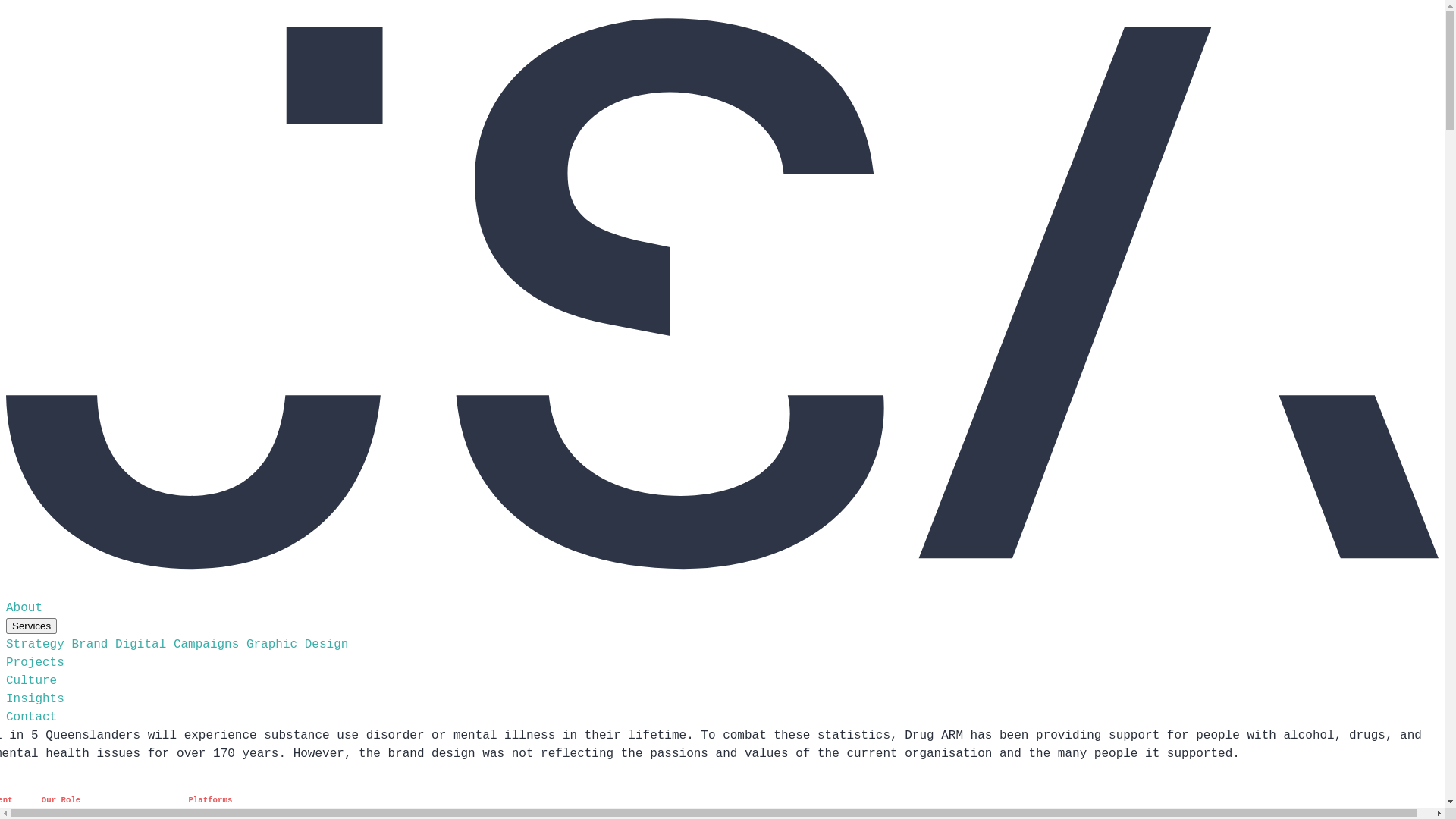  Describe the element at coordinates (89, 644) in the screenshot. I see `'Brand'` at that location.